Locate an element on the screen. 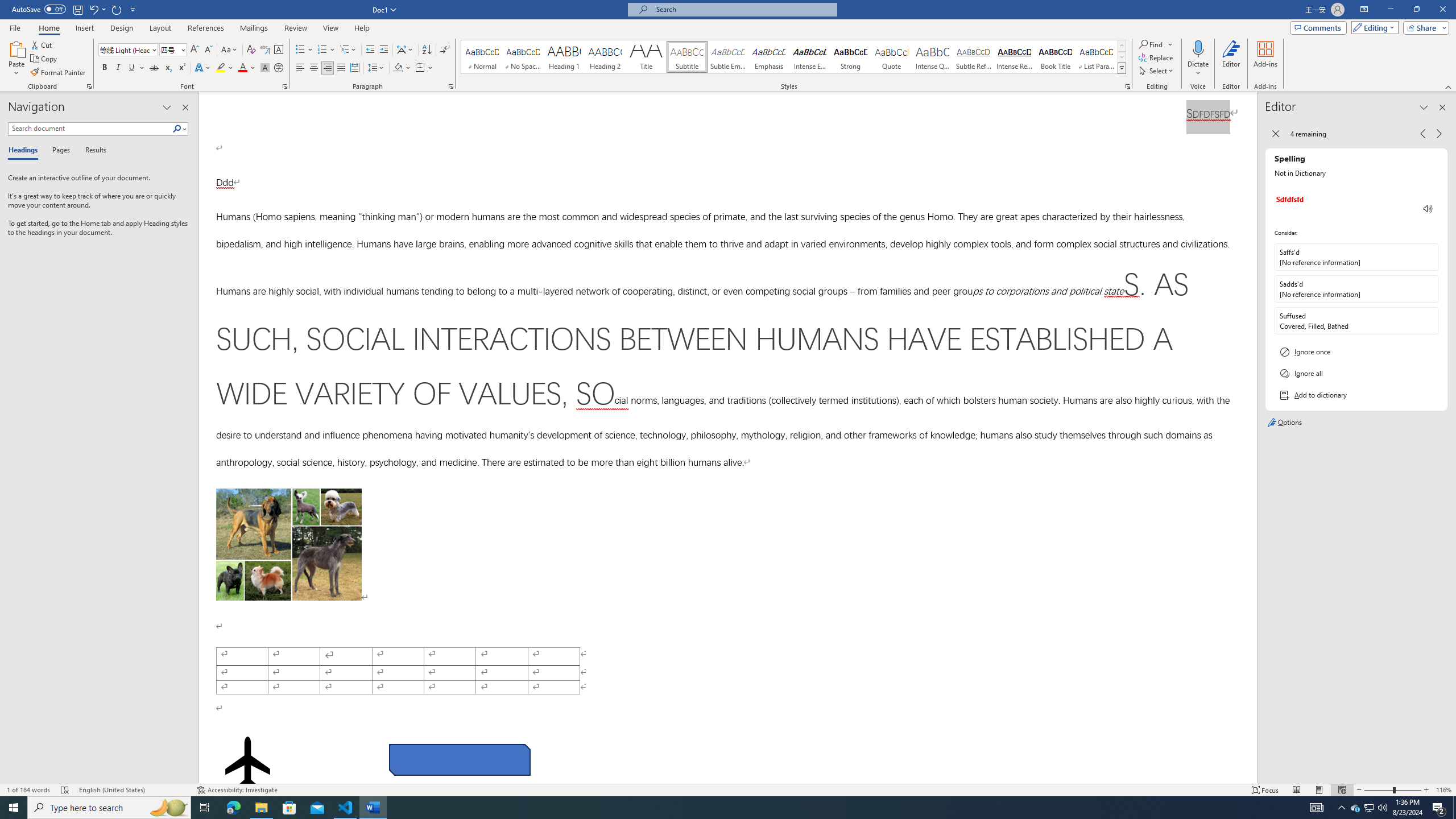 This screenshot has width=1456, height=819. 'Previous Issue, 4 remaining' is located at coordinates (1422, 133).